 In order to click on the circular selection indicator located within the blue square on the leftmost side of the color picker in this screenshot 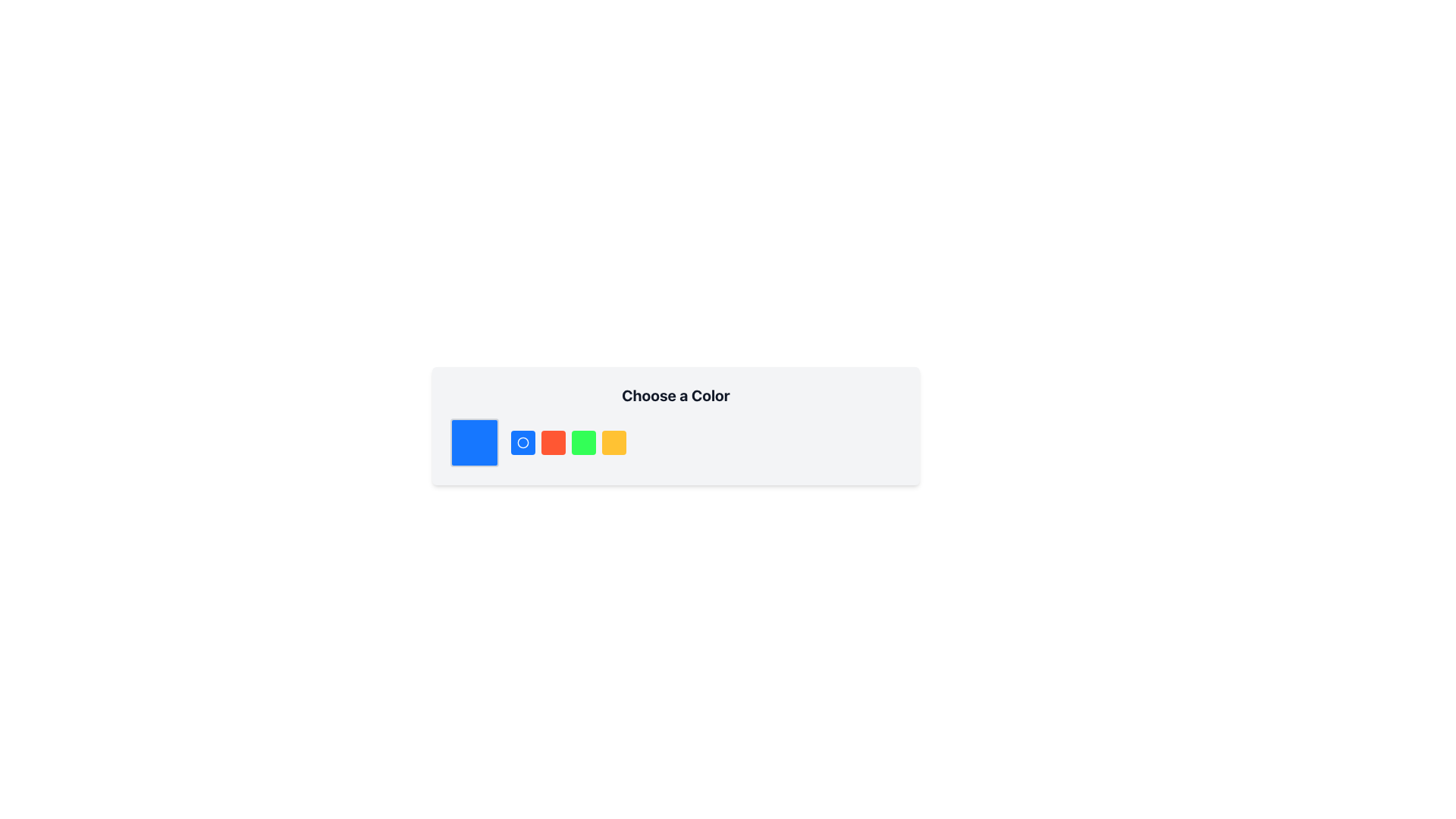, I will do `click(523, 442)`.